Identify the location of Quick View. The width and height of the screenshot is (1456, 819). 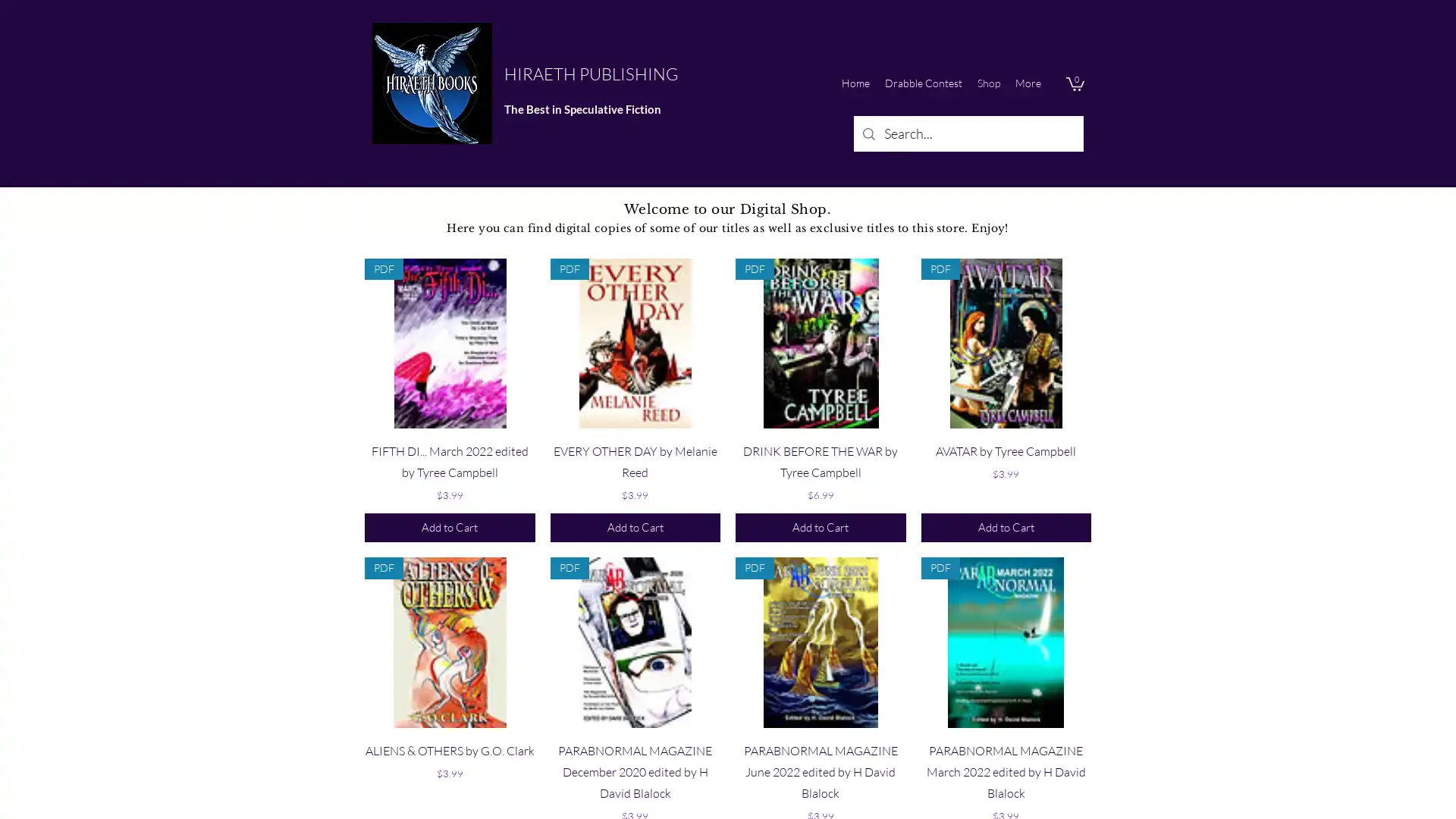
(1006, 745).